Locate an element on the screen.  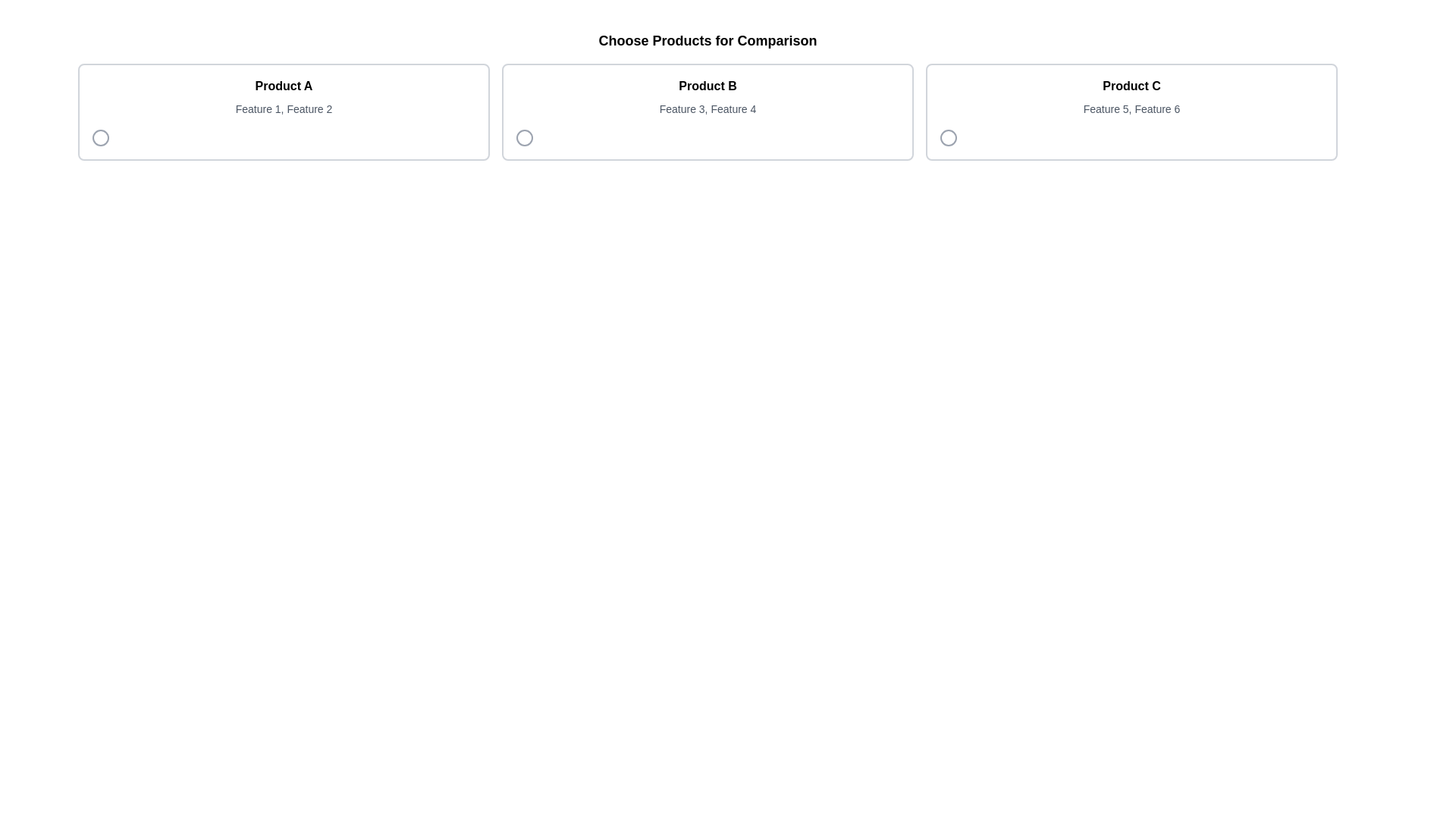
the label or static text that provides a summary of features associated with 'Product C', located below the 'Product C' header text is located at coordinates (1131, 108).